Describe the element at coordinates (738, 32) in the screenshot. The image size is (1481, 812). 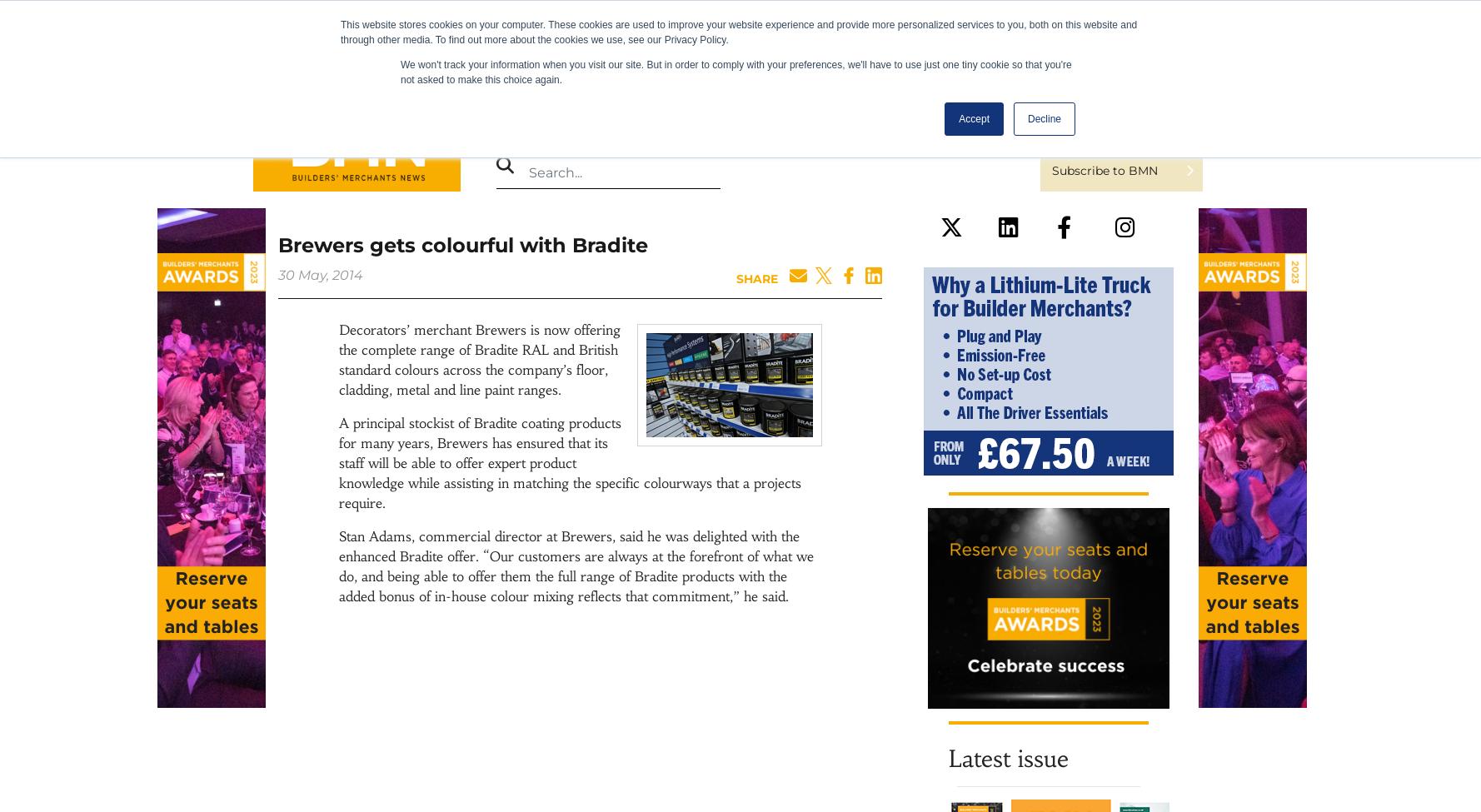
I see `'This website stores cookies on your computer. These cookies are used to improve your website experience and provide more personalized services to you, both on this website and through other media. To find out more about the cookies we use, see our Privacy Policy.'` at that location.